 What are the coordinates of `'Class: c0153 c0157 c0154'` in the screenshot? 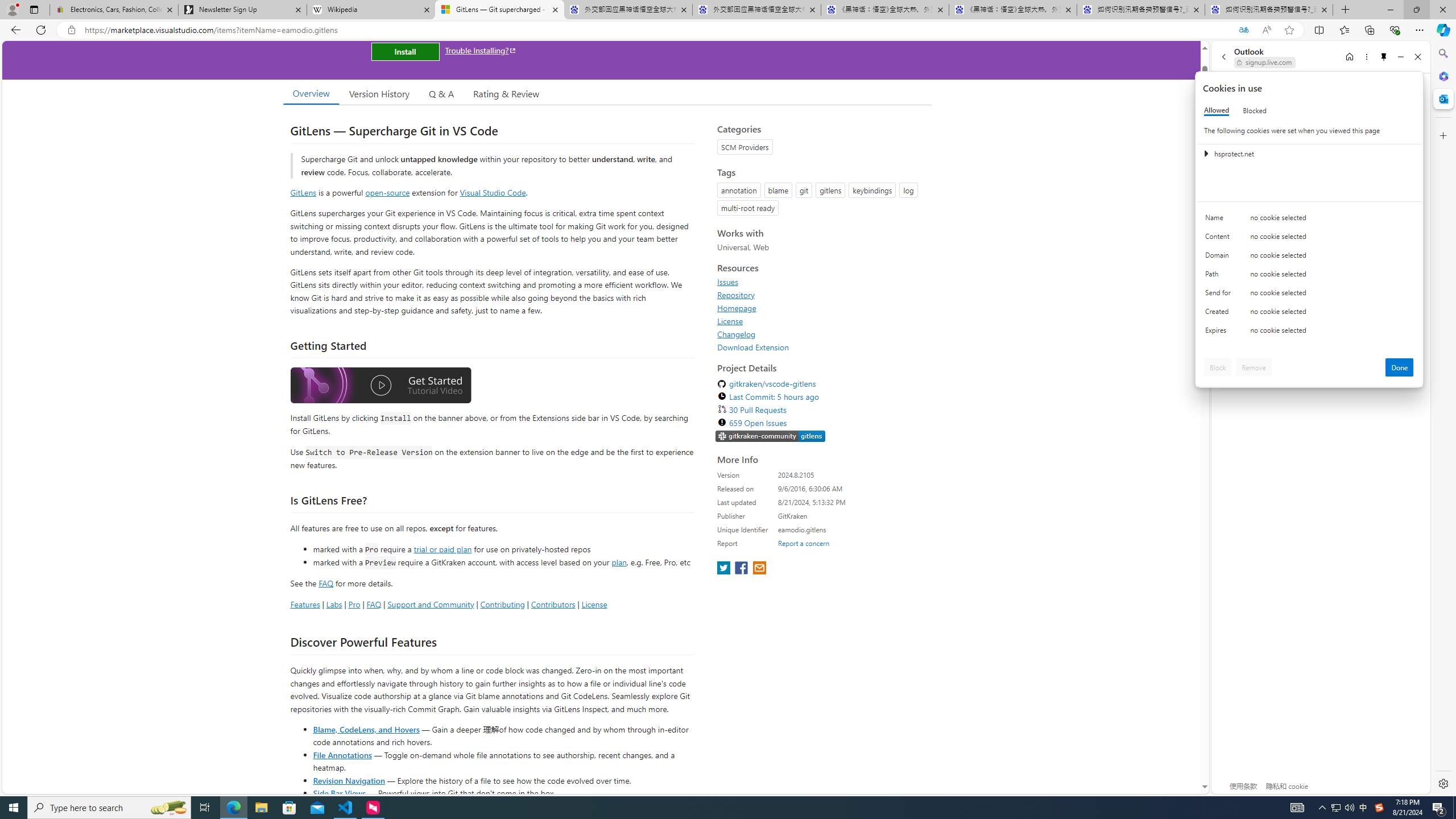 It's located at (1309, 220).